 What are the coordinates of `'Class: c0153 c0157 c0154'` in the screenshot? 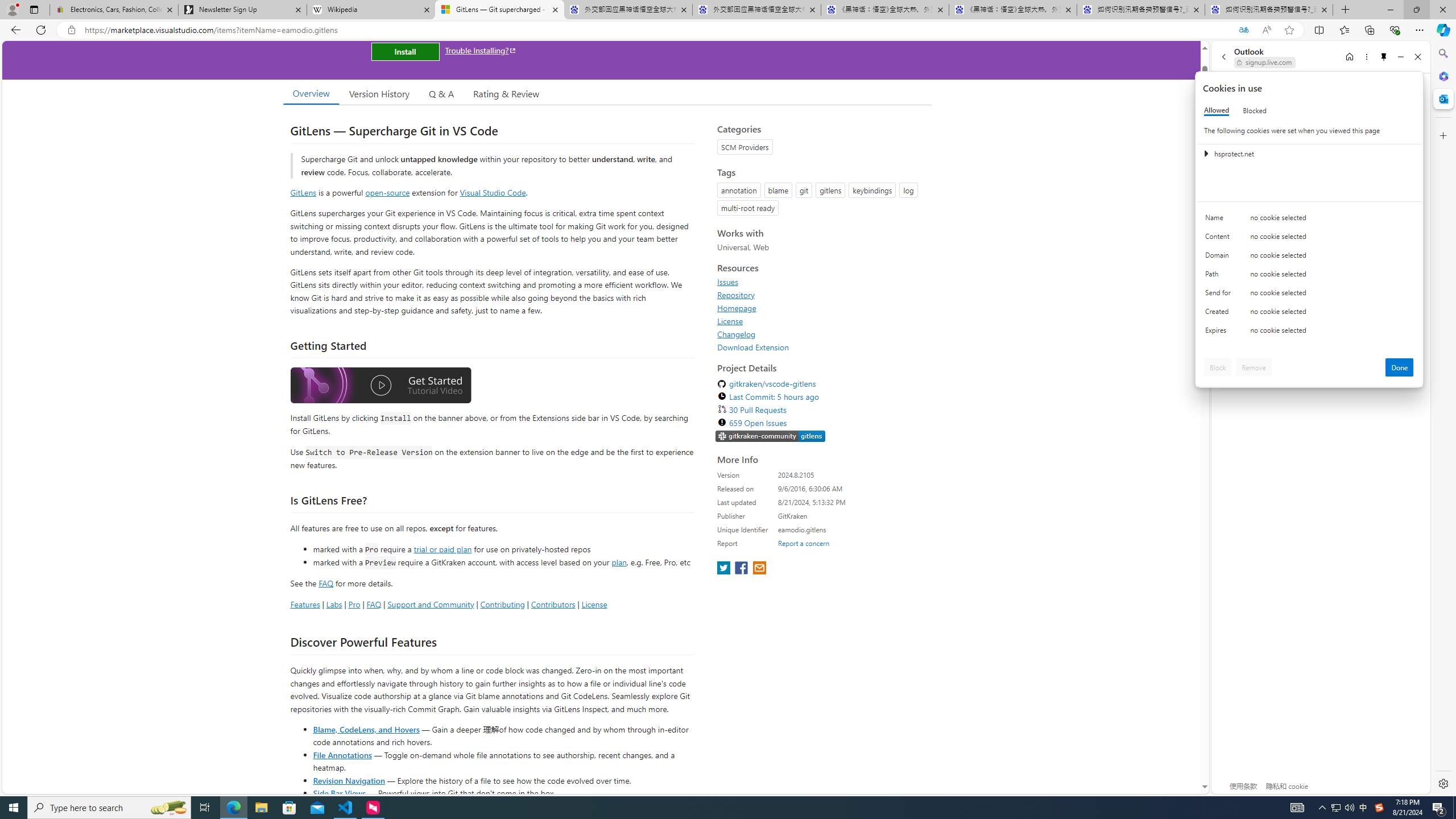 It's located at (1309, 220).